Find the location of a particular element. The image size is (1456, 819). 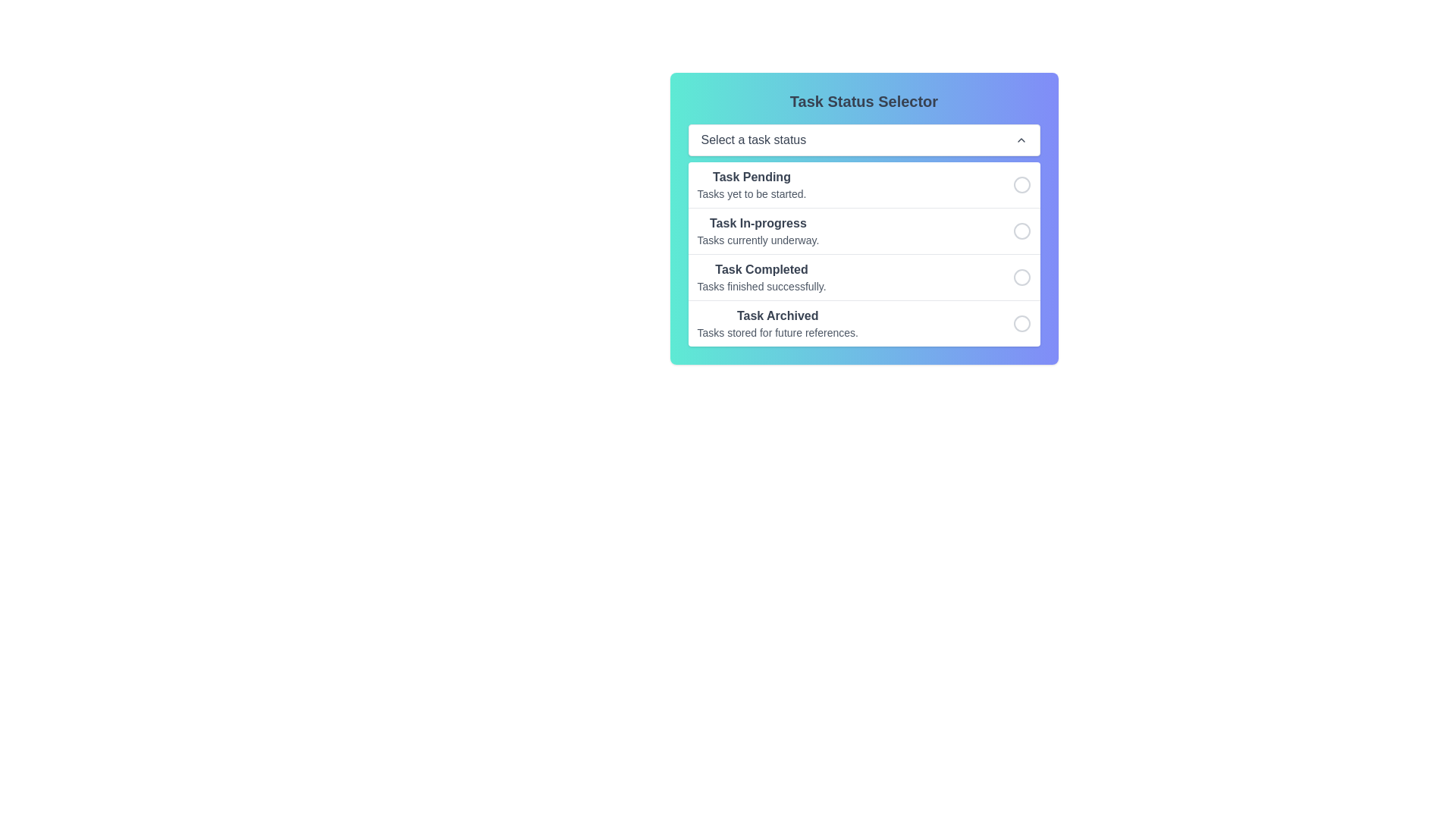

the Text label located directly below the 'Task Completed' status, which provides additional context for the user's selection is located at coordinates (761, 287).